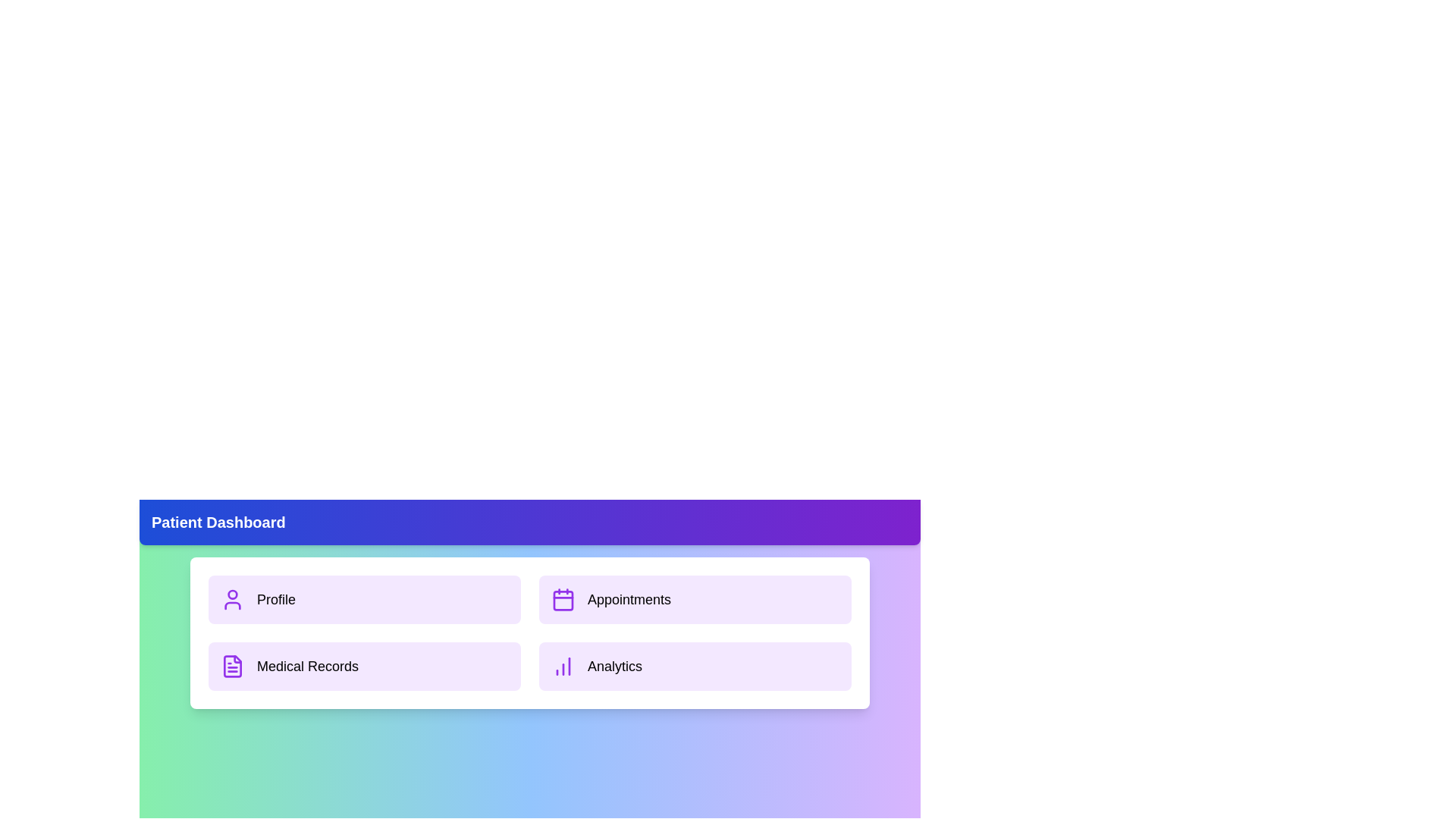 The width and height of the screenshot is (1456, 819). What do you see at coordinates (694, 598) in the screenshot?
I see `the 'Appointments' section to navigate to the appointments page` at bounding box center [694, 598].